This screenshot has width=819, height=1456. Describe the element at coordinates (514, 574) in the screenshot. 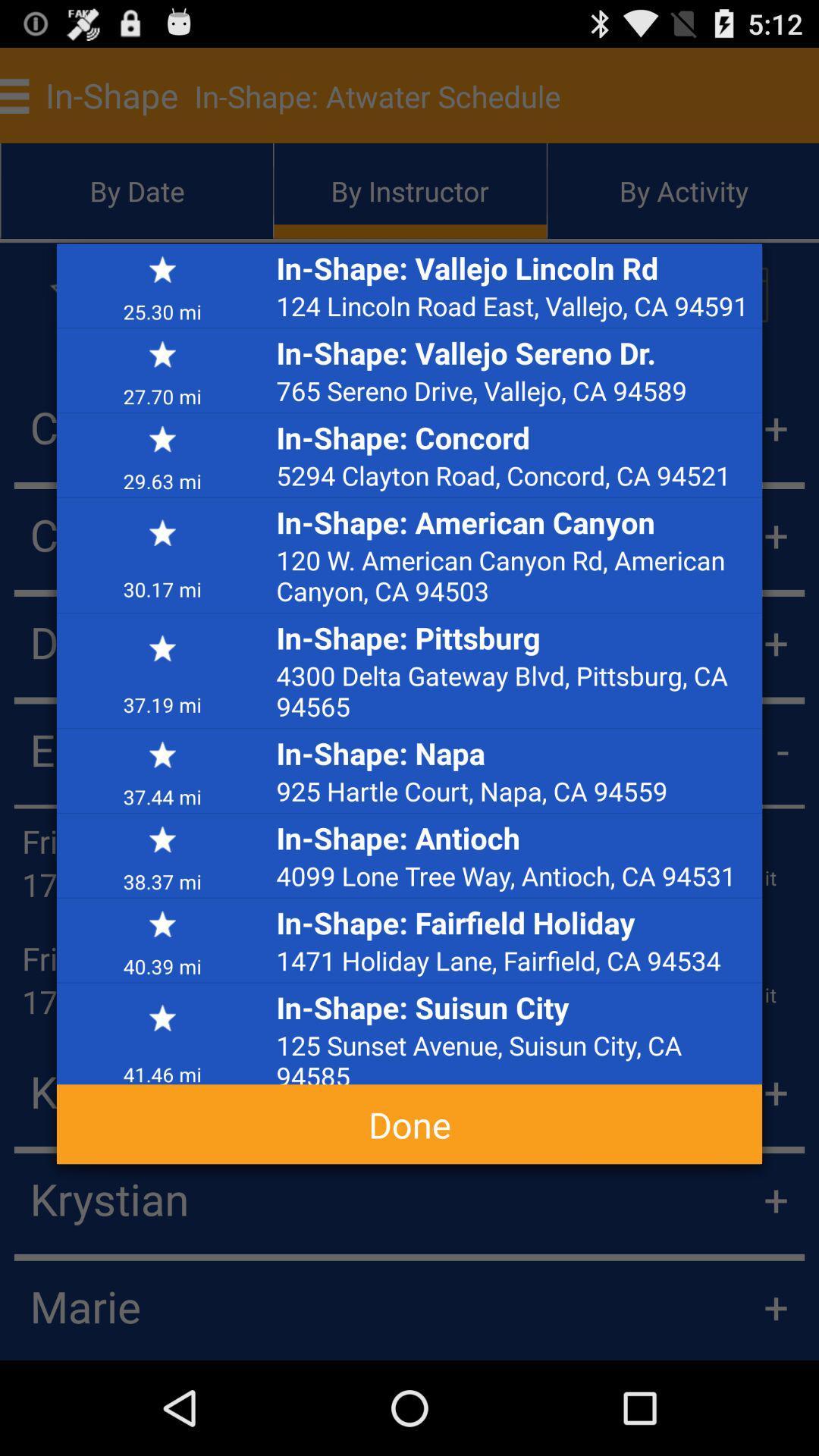

I see `the 120 w american` at that location.